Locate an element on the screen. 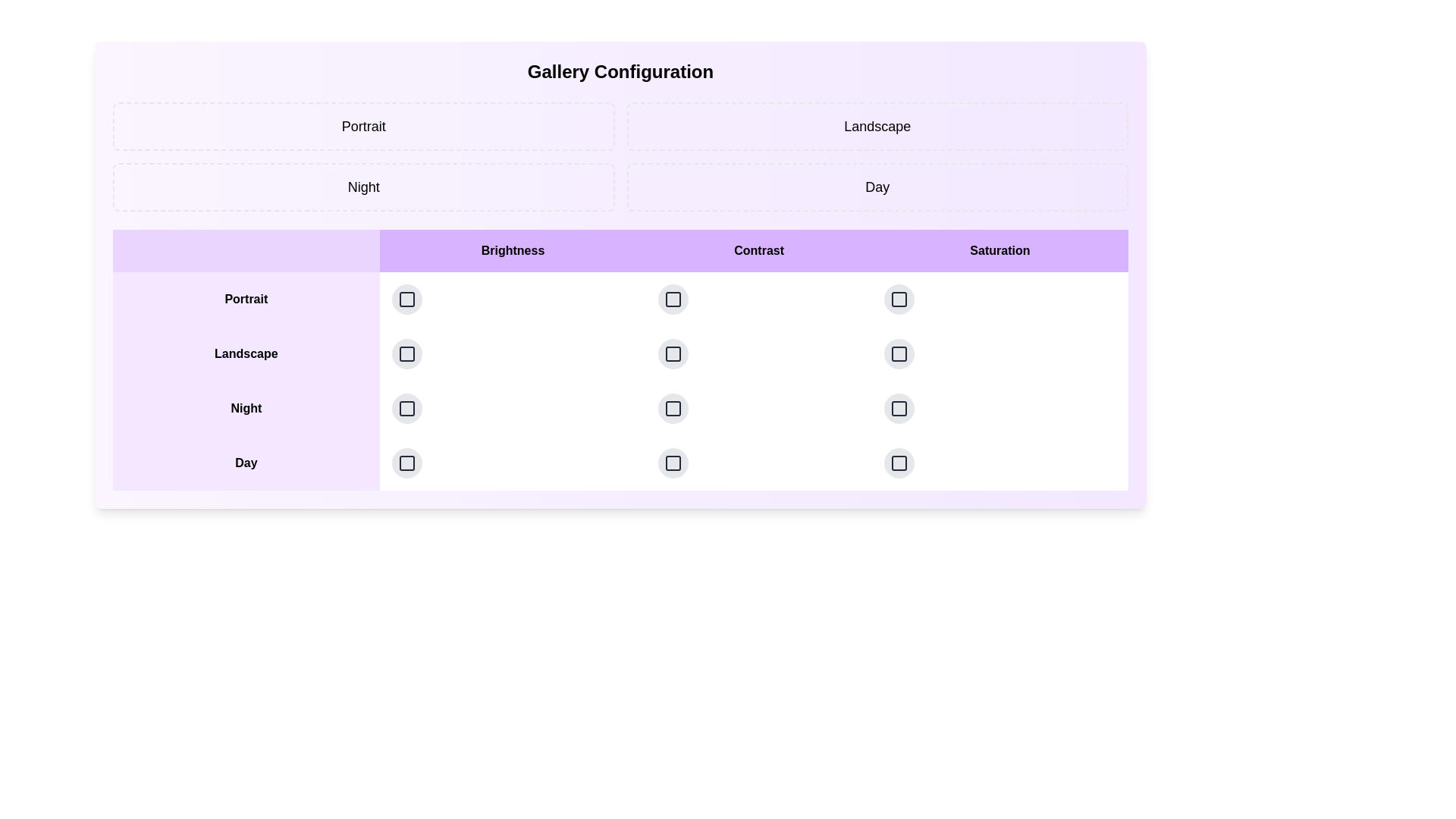 Image resolution: width=1456 pixels, height=819 pixels. the 'Day' text label, which is located in the fourth box on the right side, below the 'Gallery Configuration' heading is located at coordinates (877, 186).